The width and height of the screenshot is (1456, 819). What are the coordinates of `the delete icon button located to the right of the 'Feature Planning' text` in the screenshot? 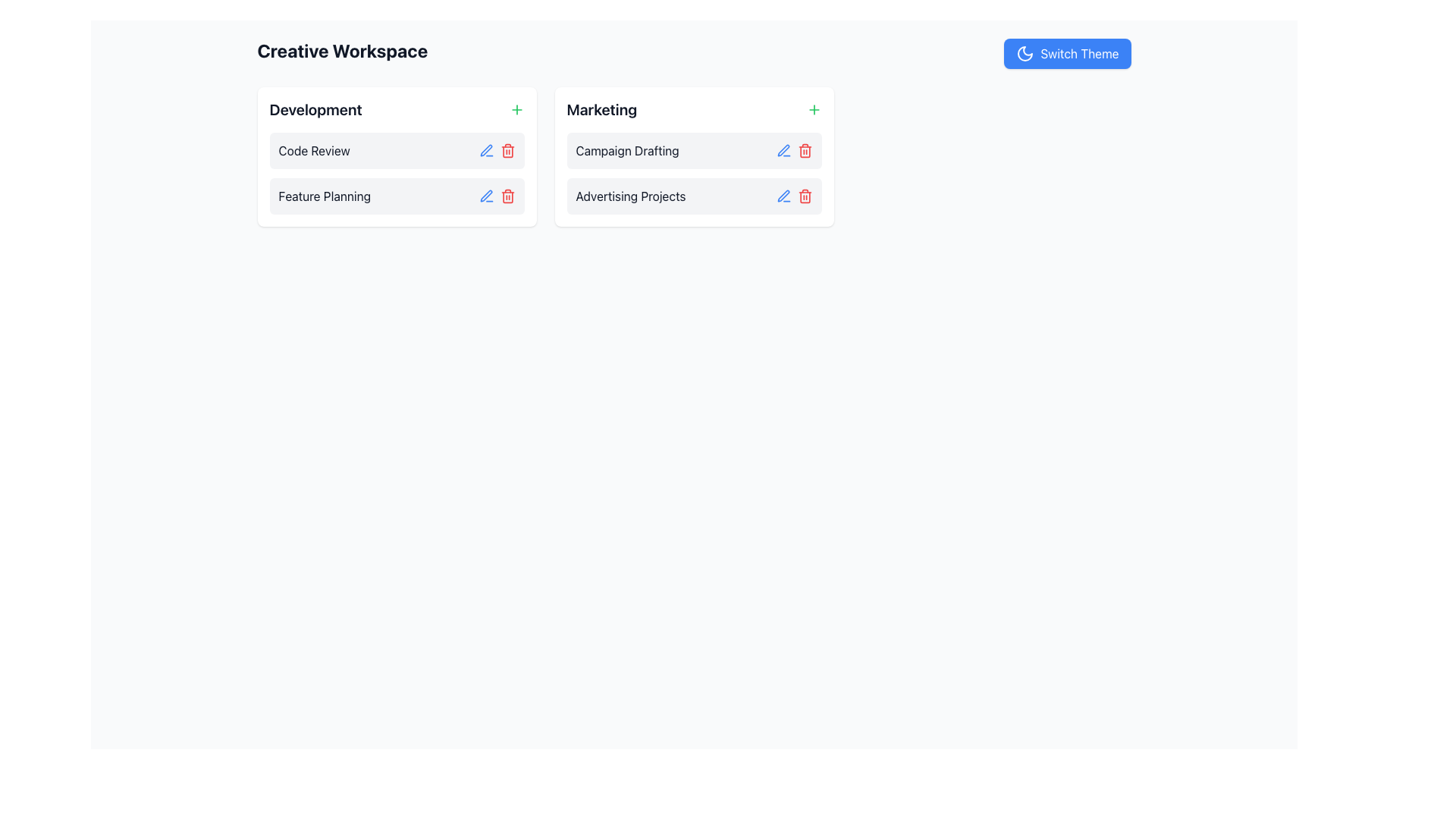 It's located at (507, 195).